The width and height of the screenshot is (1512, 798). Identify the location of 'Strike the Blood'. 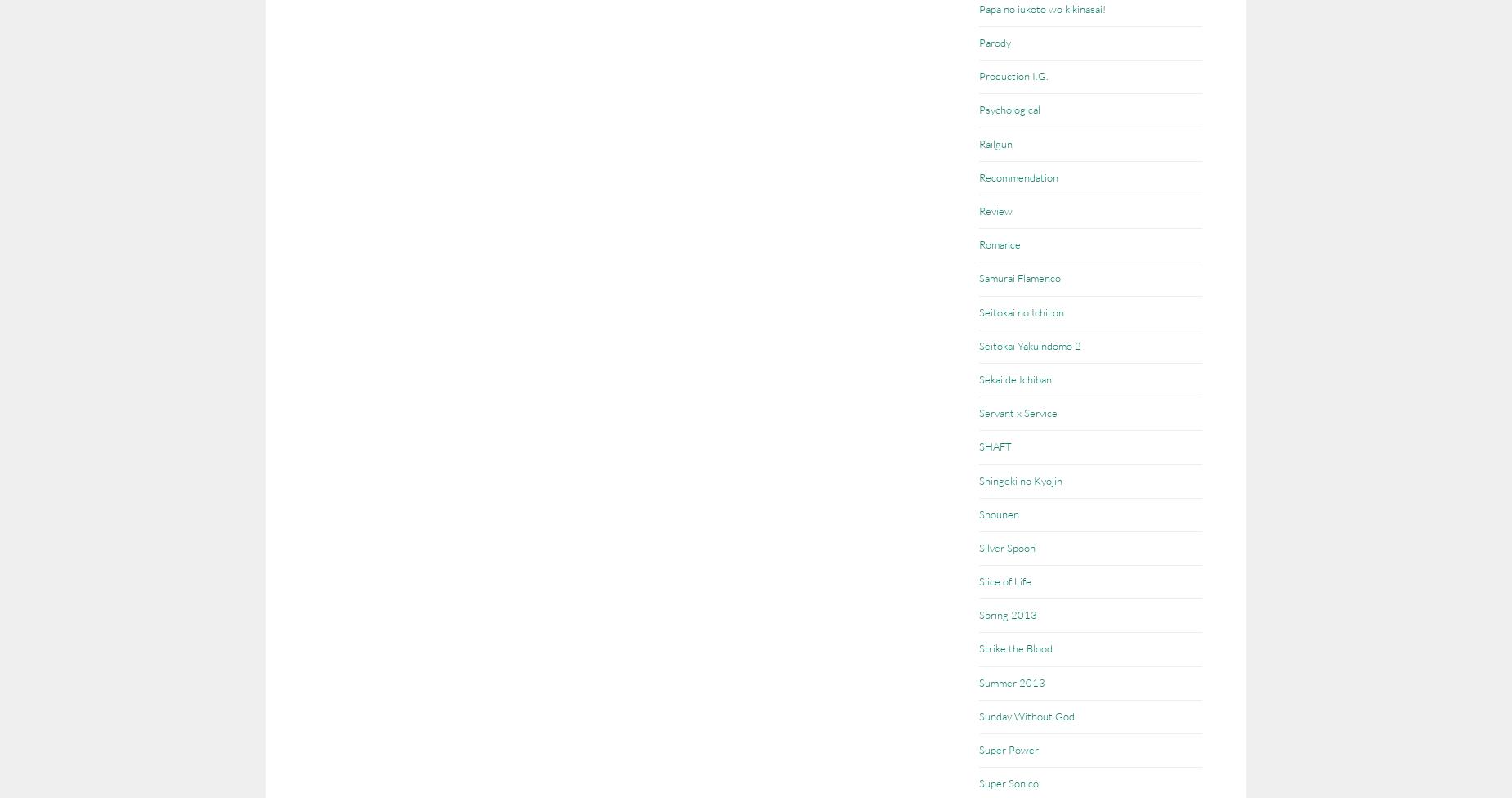
(978, 648).